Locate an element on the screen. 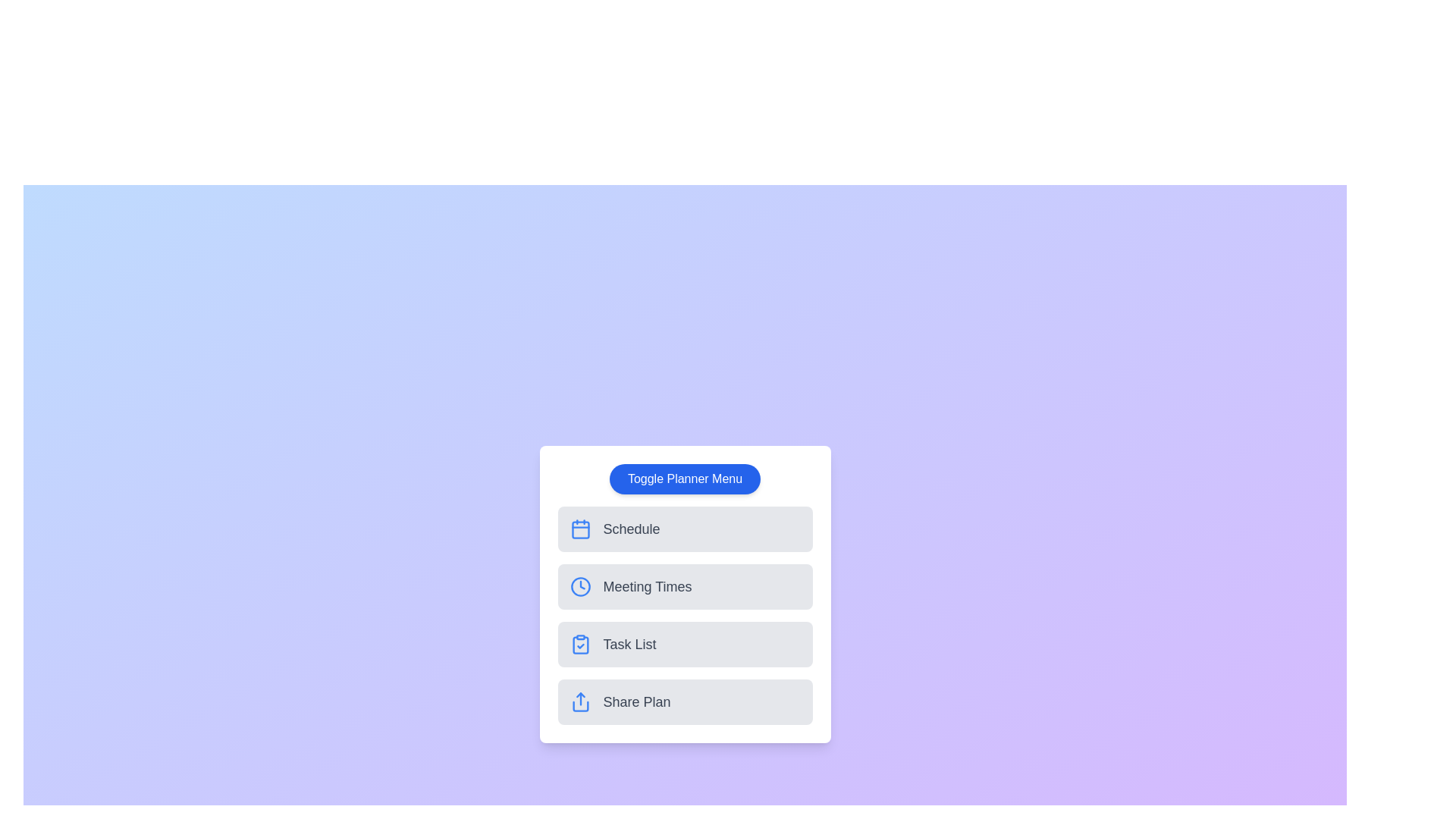  the icon corresponding to Share Plan in the planner menu is located at coordinates (579, 701).